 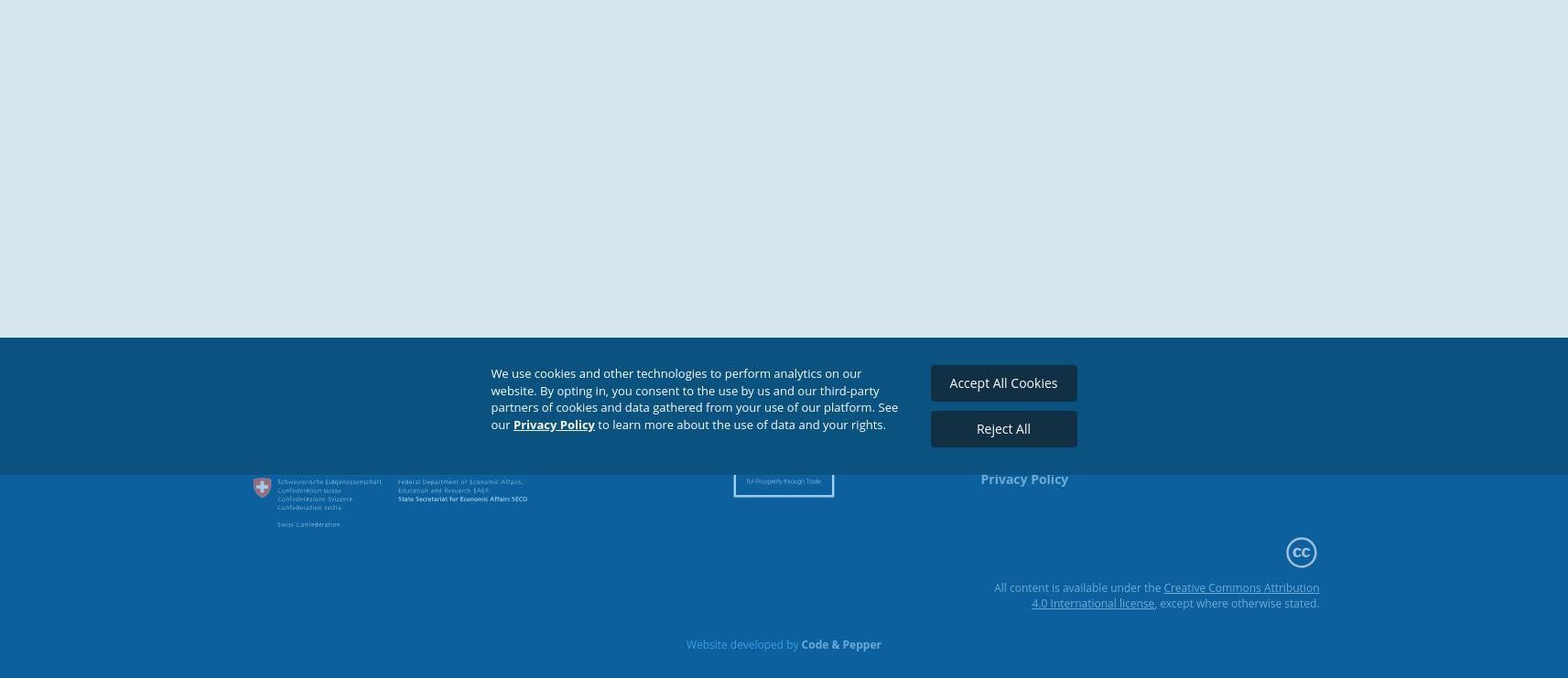 What do you see at coordinates (998, 423) in the screenshot?
I see `'EMAIL'` at bounding box center [998, 423].